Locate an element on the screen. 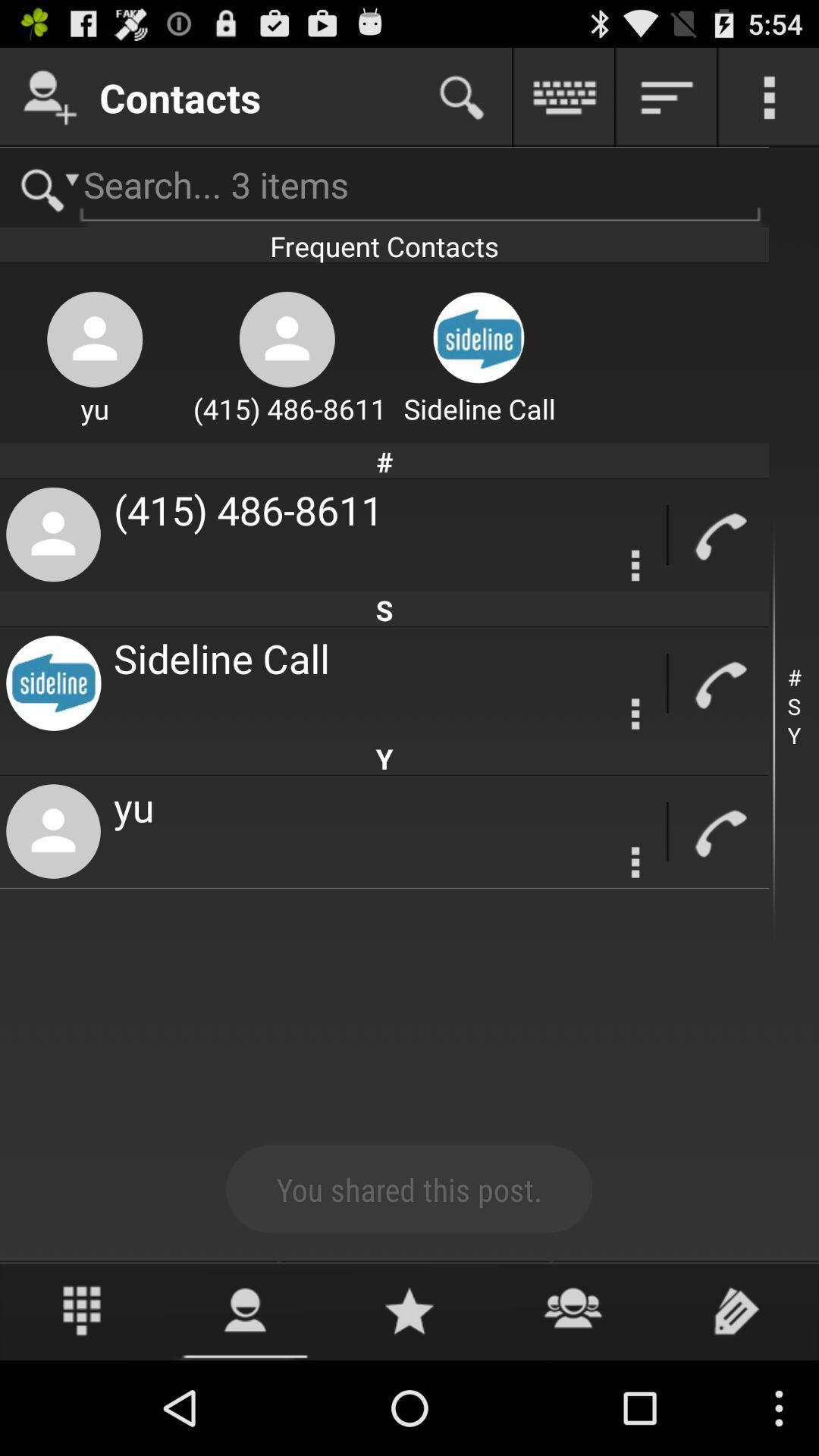 This screenshot has height=1456, width=819. search items is located at coordinates (42, 187).